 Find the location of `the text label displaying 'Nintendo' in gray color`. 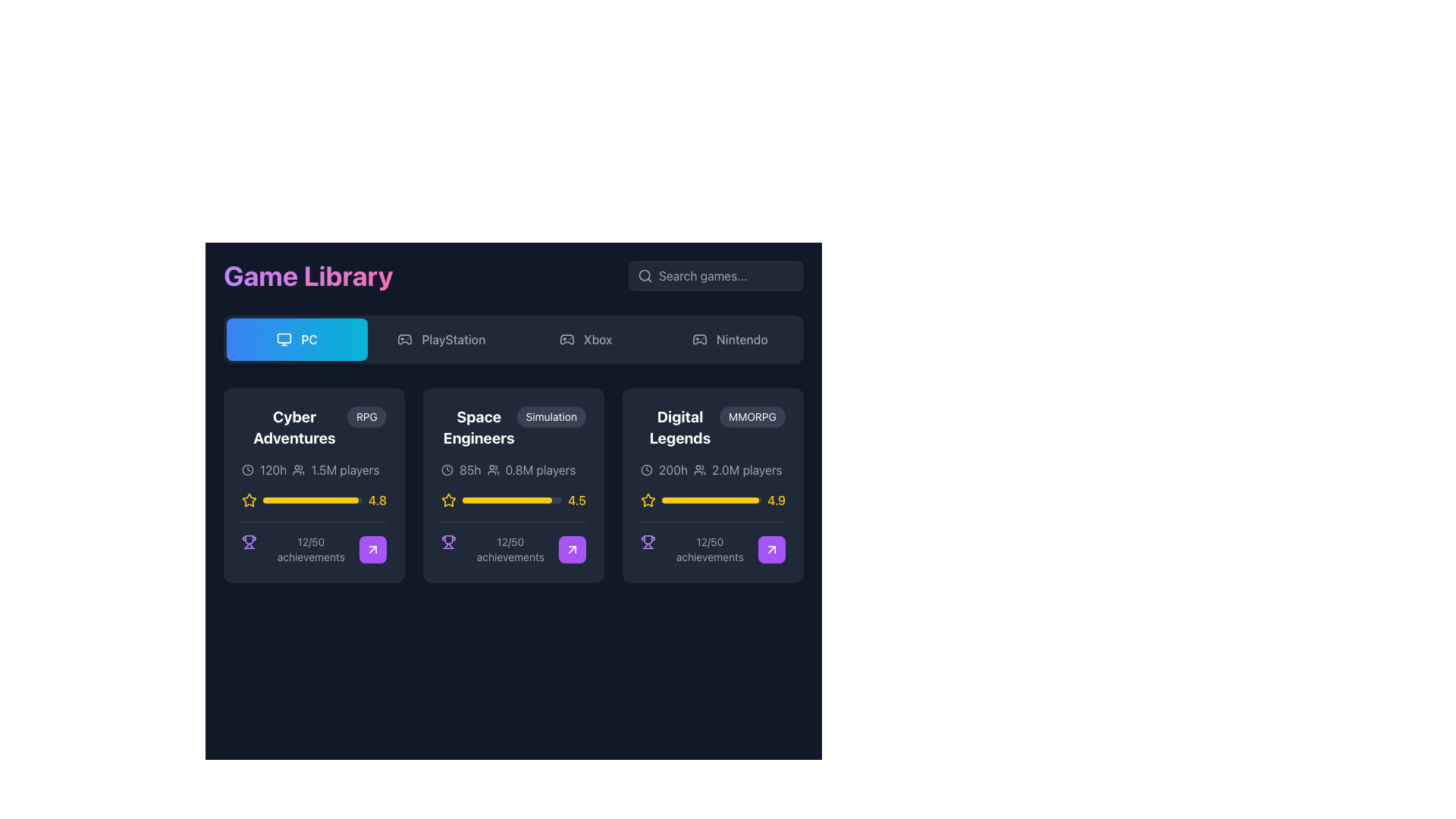

the text label displaying 'Nintendo' in gray color is located at coordinates (742, 338).